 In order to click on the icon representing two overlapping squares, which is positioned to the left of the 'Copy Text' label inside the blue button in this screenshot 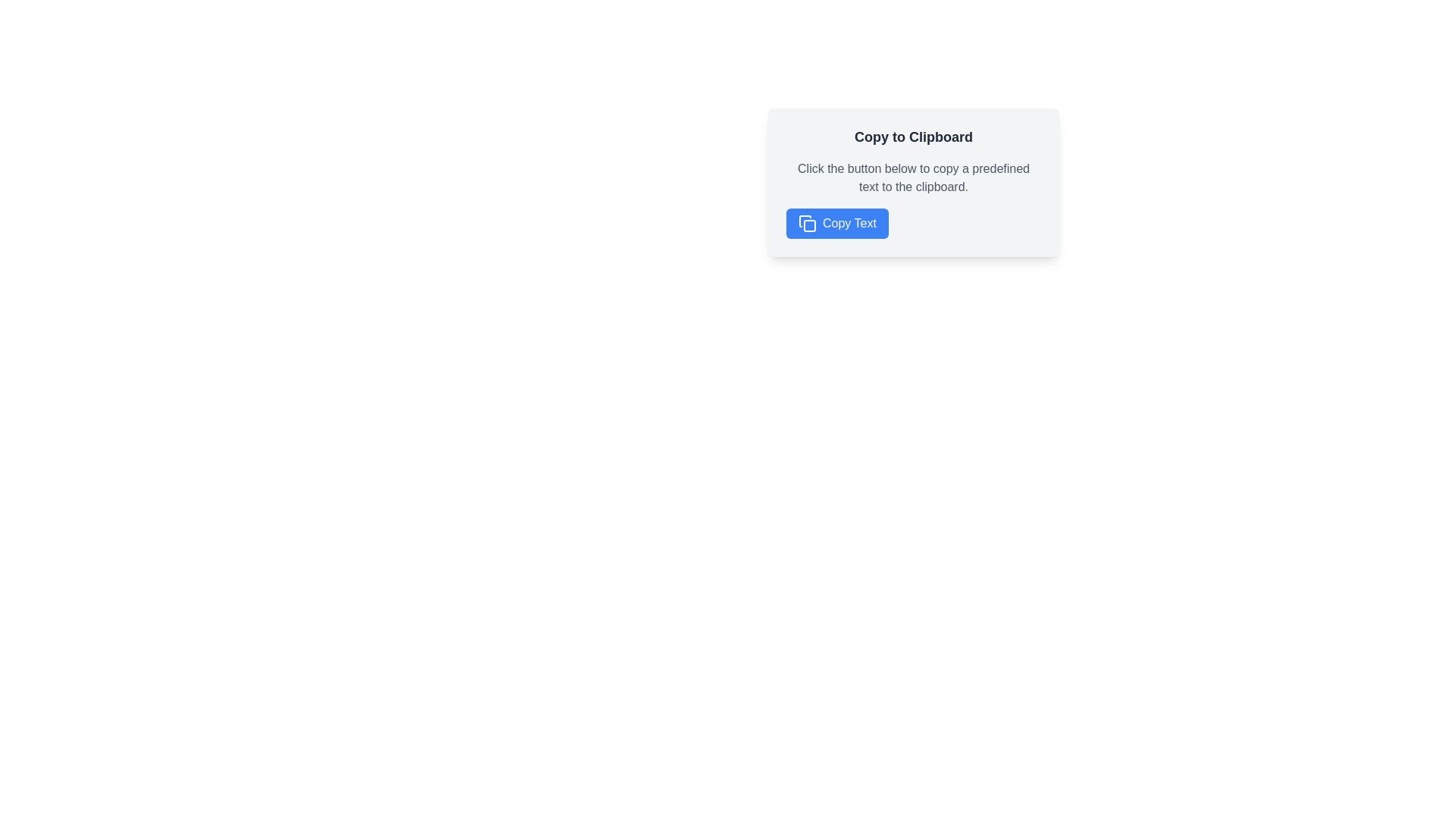, I will do `click(807, 223)`.